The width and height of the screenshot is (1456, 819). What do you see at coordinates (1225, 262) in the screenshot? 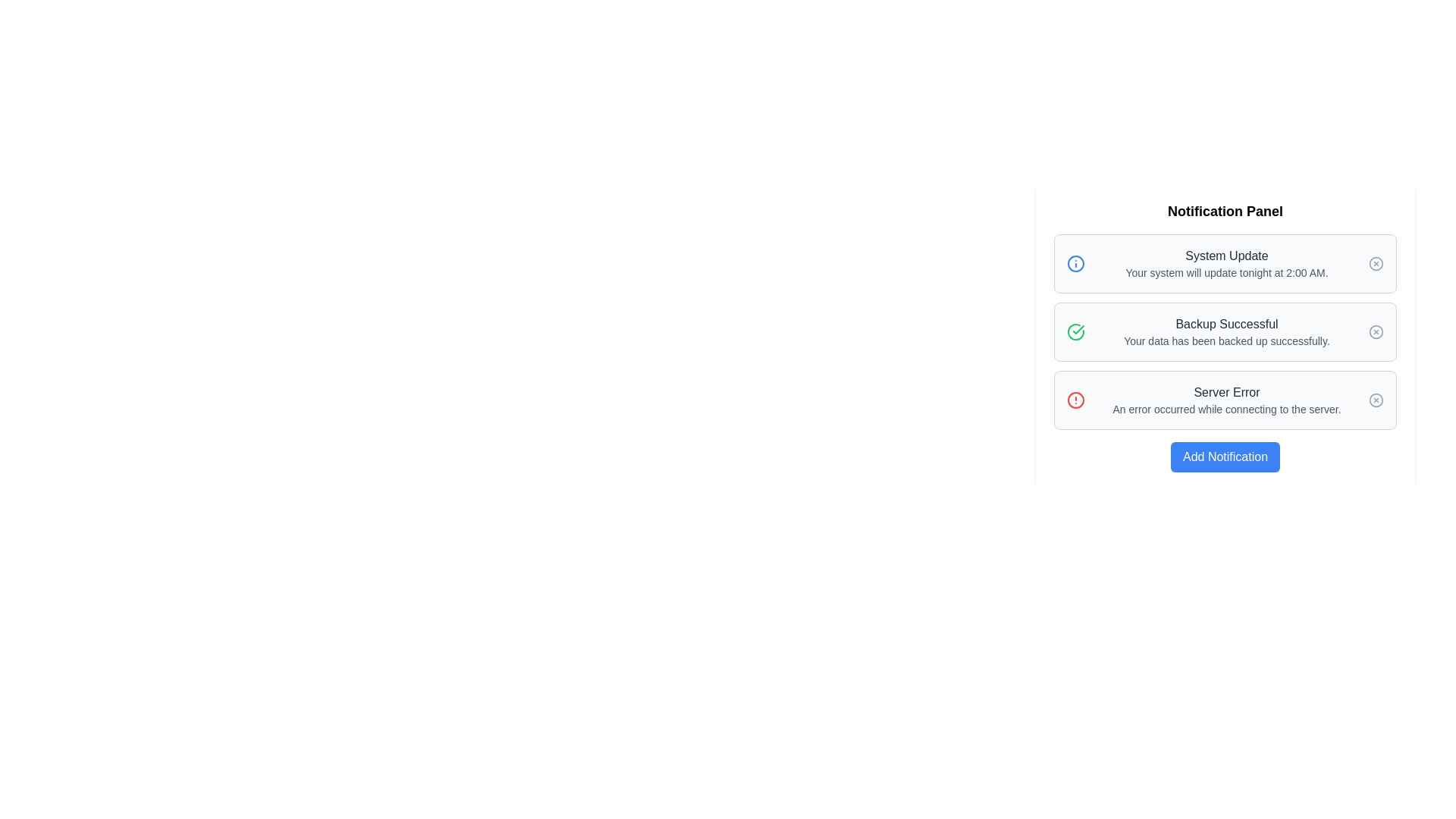
I see `information displayed in the first notification card about the upcoming system update, located in the Notification Panel` at bounding box center [1225, 262].